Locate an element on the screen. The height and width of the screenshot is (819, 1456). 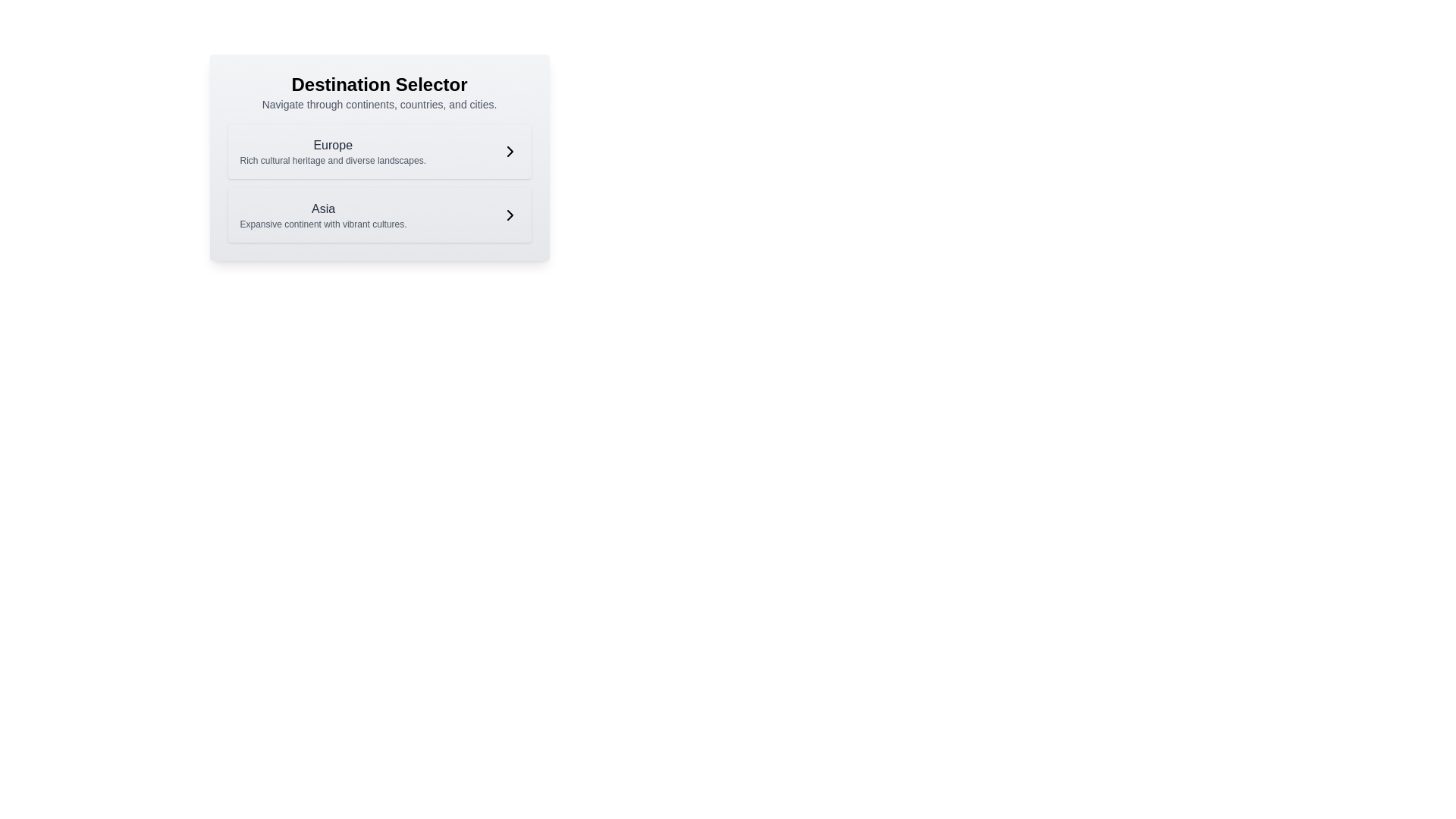
the text component reading 'Expansive continent with vibrant cultures.' located below the label 'Asia' is located at coordinates (322, 224).